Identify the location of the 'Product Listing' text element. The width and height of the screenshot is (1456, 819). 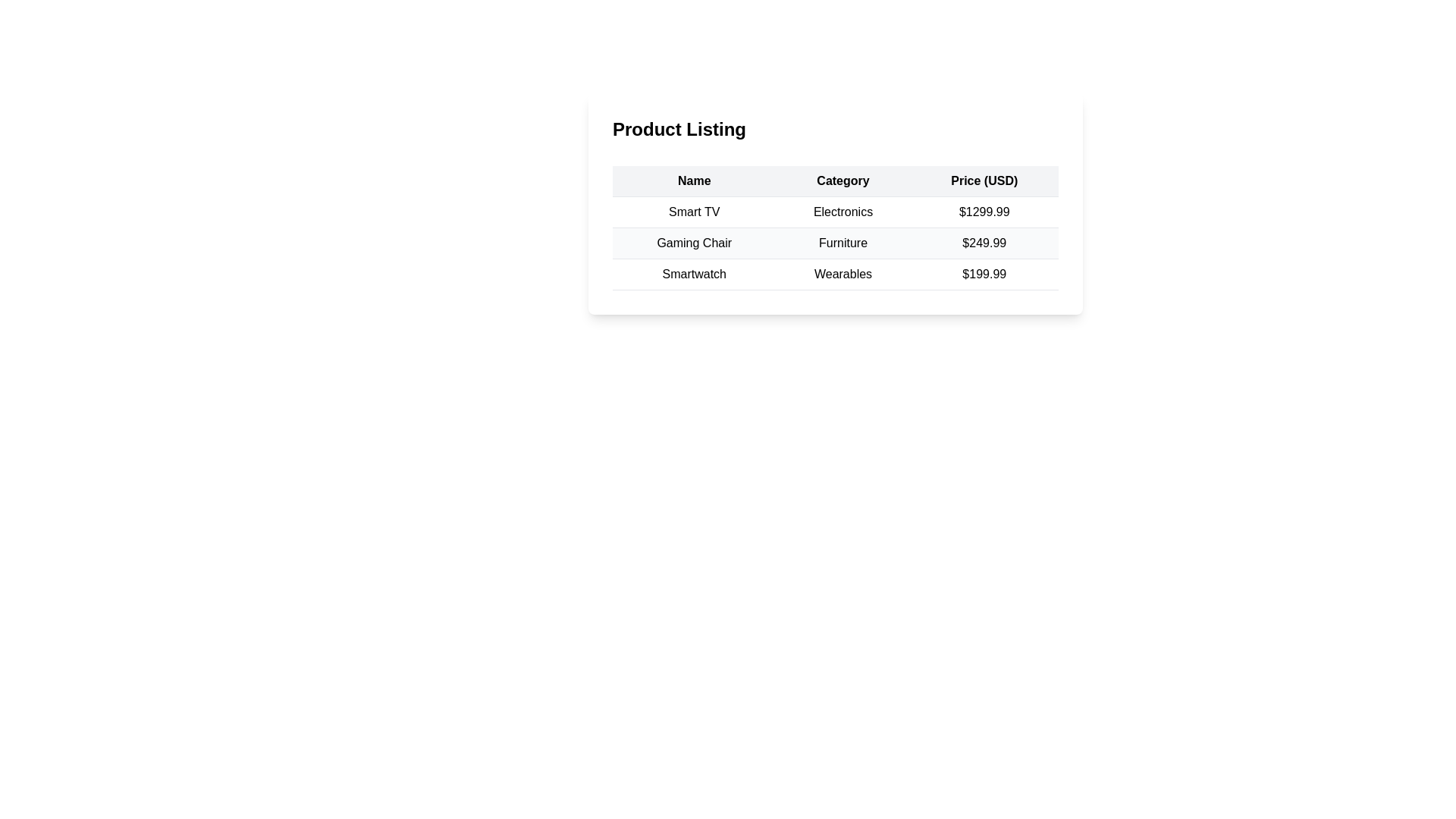
(835, 131).